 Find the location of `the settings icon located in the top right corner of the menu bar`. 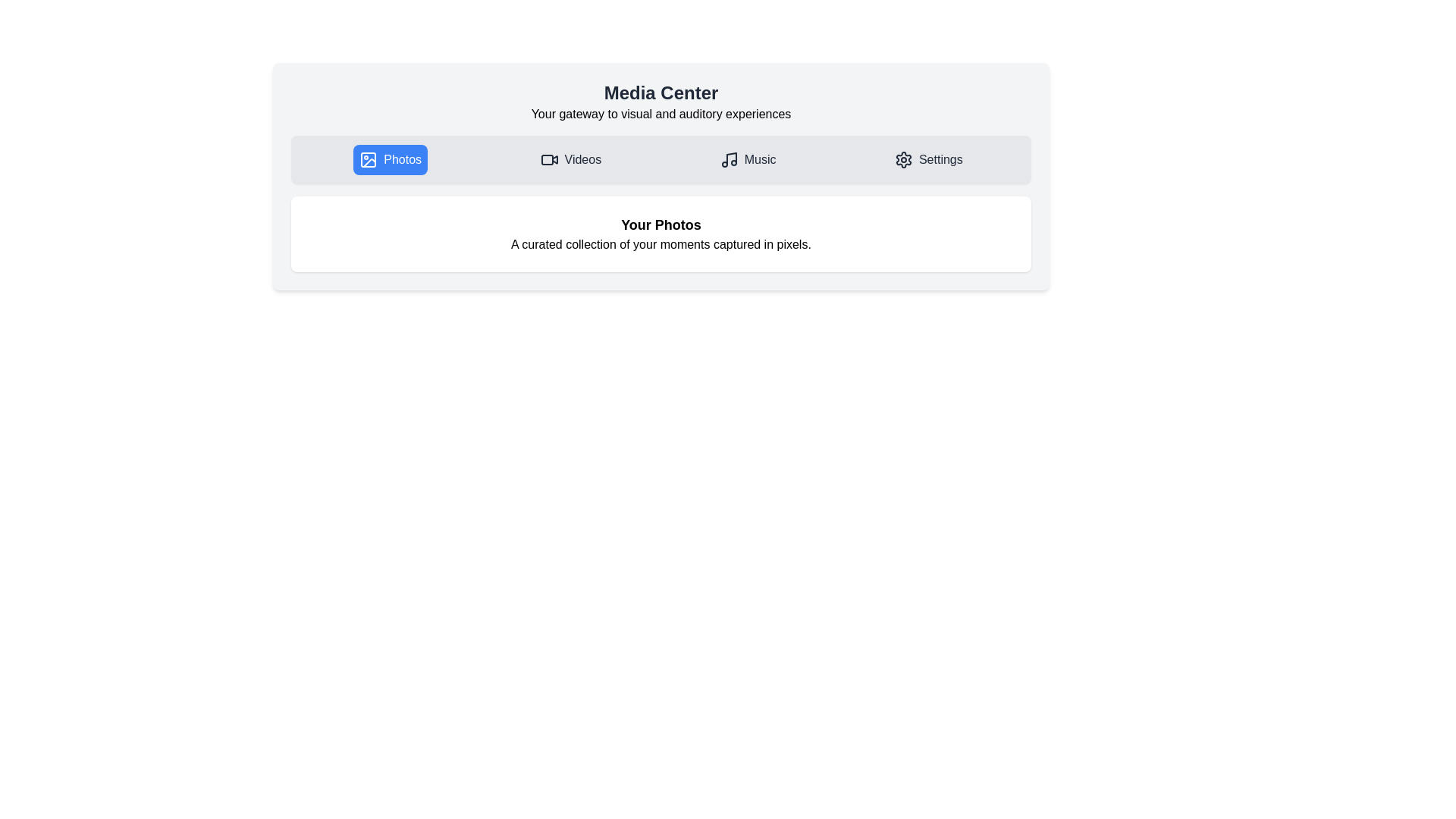

the settings icon located in the top right corner of the menu bar is located at coordinates (903, 160).